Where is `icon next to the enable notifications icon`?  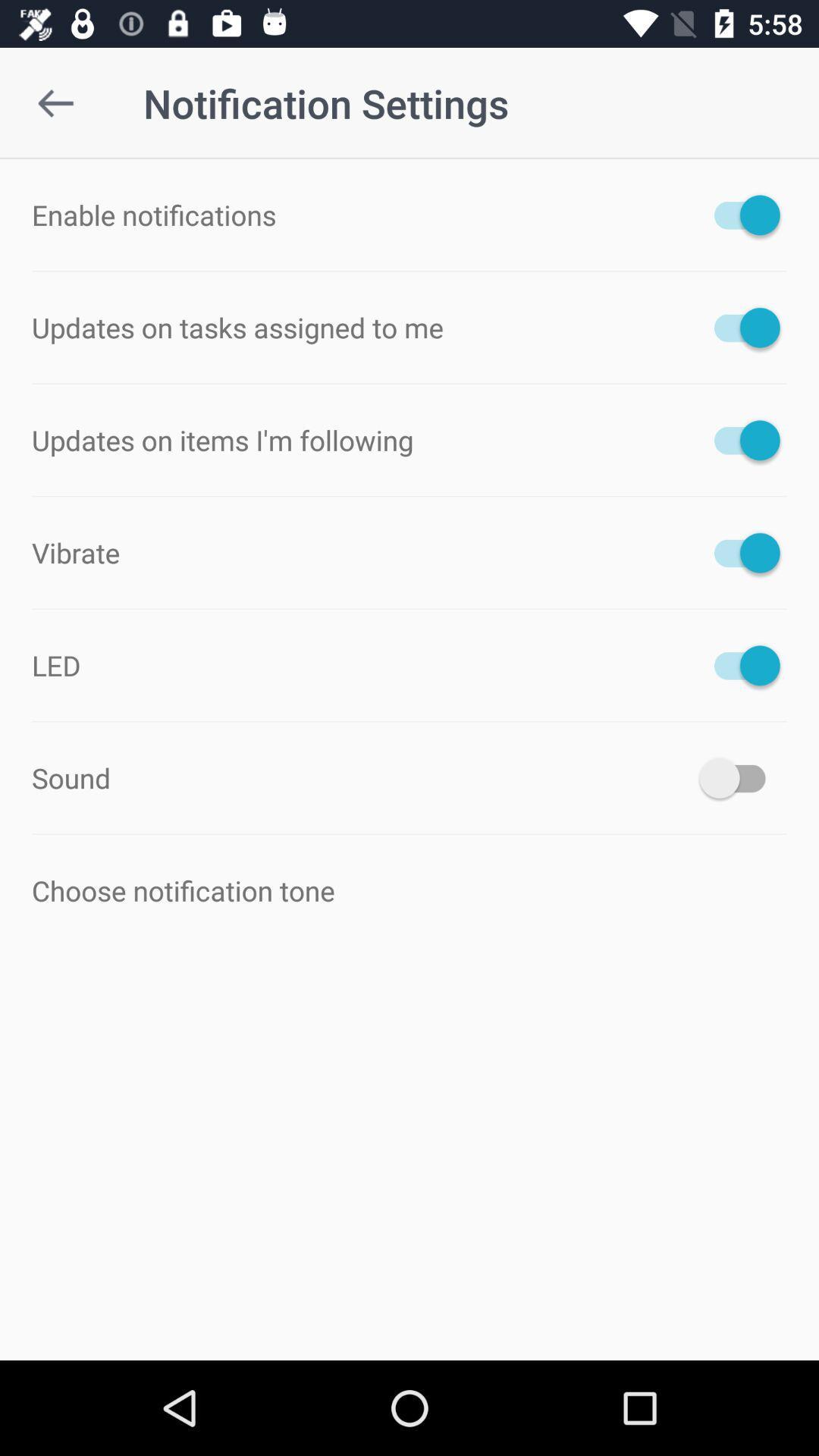
icon next to the enable notifications icon is located at coordinates (739, 214).